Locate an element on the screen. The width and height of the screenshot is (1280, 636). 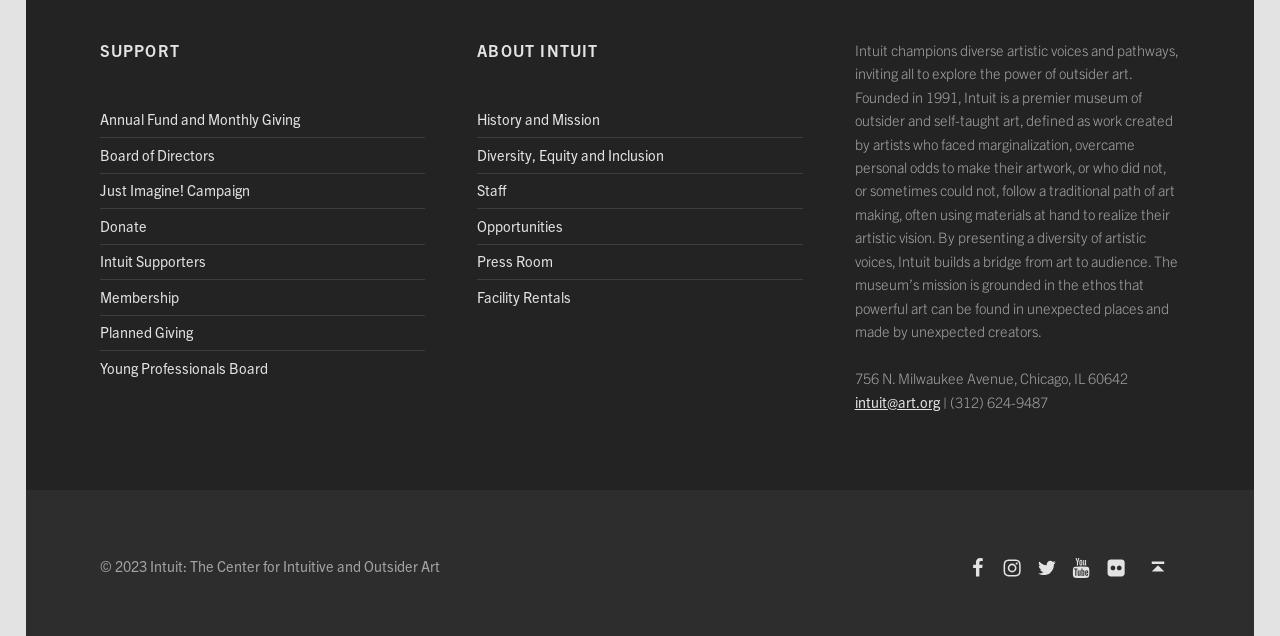
'Annual Fund and Monthly Giving' is located at coordinates (199, 118).